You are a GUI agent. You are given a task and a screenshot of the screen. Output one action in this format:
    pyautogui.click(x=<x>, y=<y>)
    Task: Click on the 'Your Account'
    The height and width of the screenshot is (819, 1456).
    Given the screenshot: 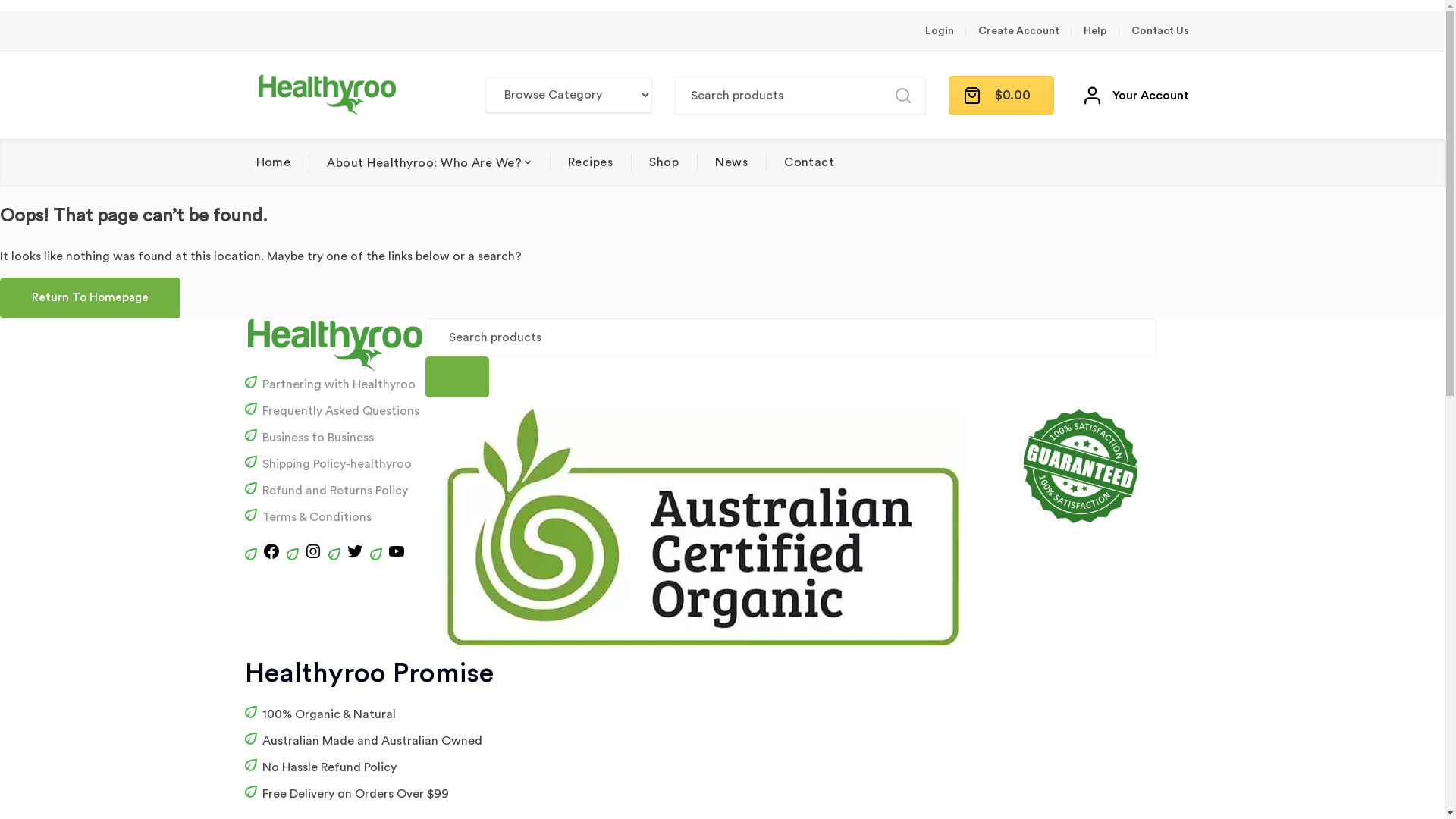 What is the action you would take?
    pyautogui.click(x=1084, y=96)
    